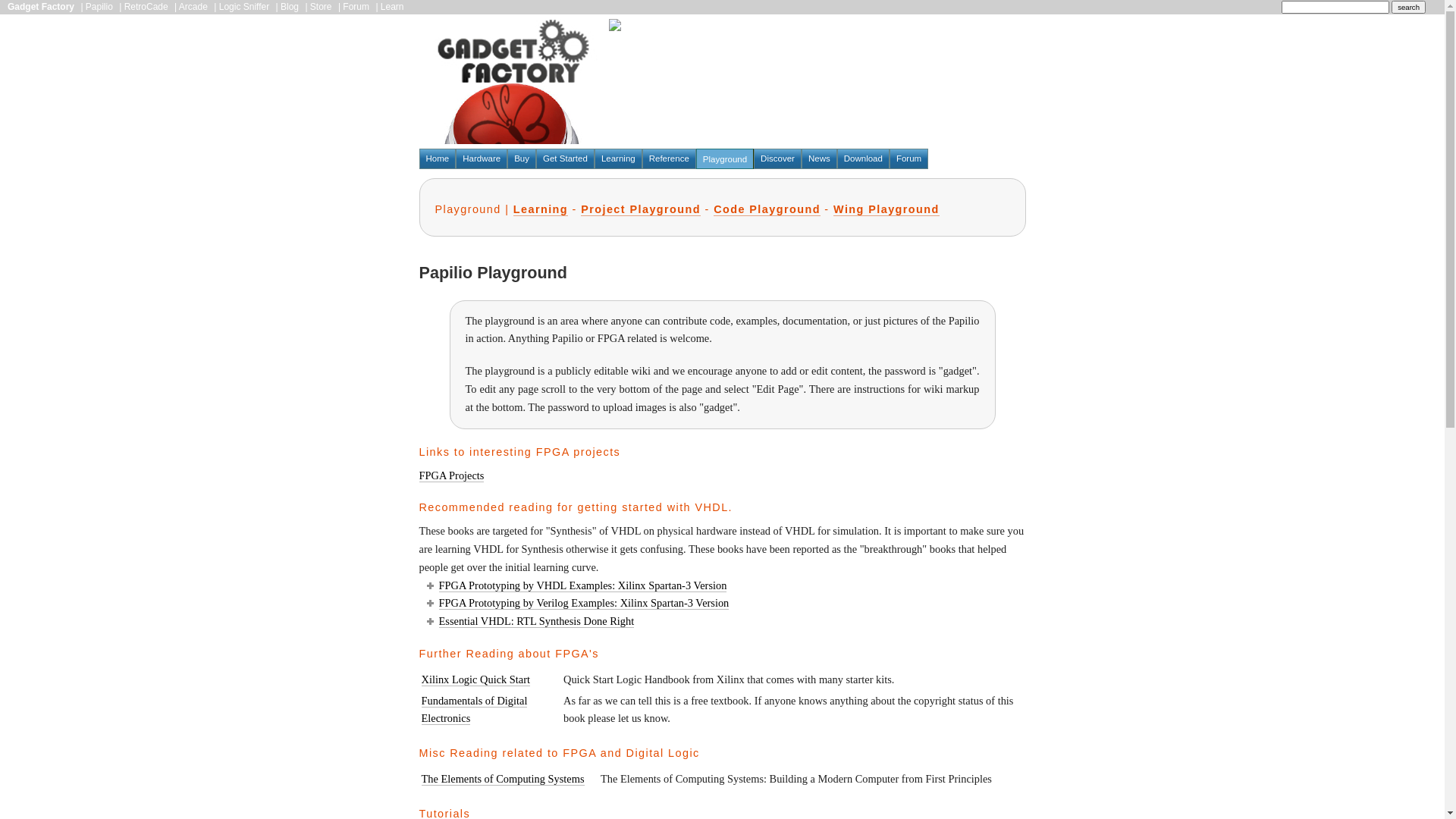 The height and width of the screenshot is (819, 1456). What do you see at coordinates (473, 710) in the screenshot?
I see `'Fundamentals of Digital Electronics'` at bounding box center [473, 710].